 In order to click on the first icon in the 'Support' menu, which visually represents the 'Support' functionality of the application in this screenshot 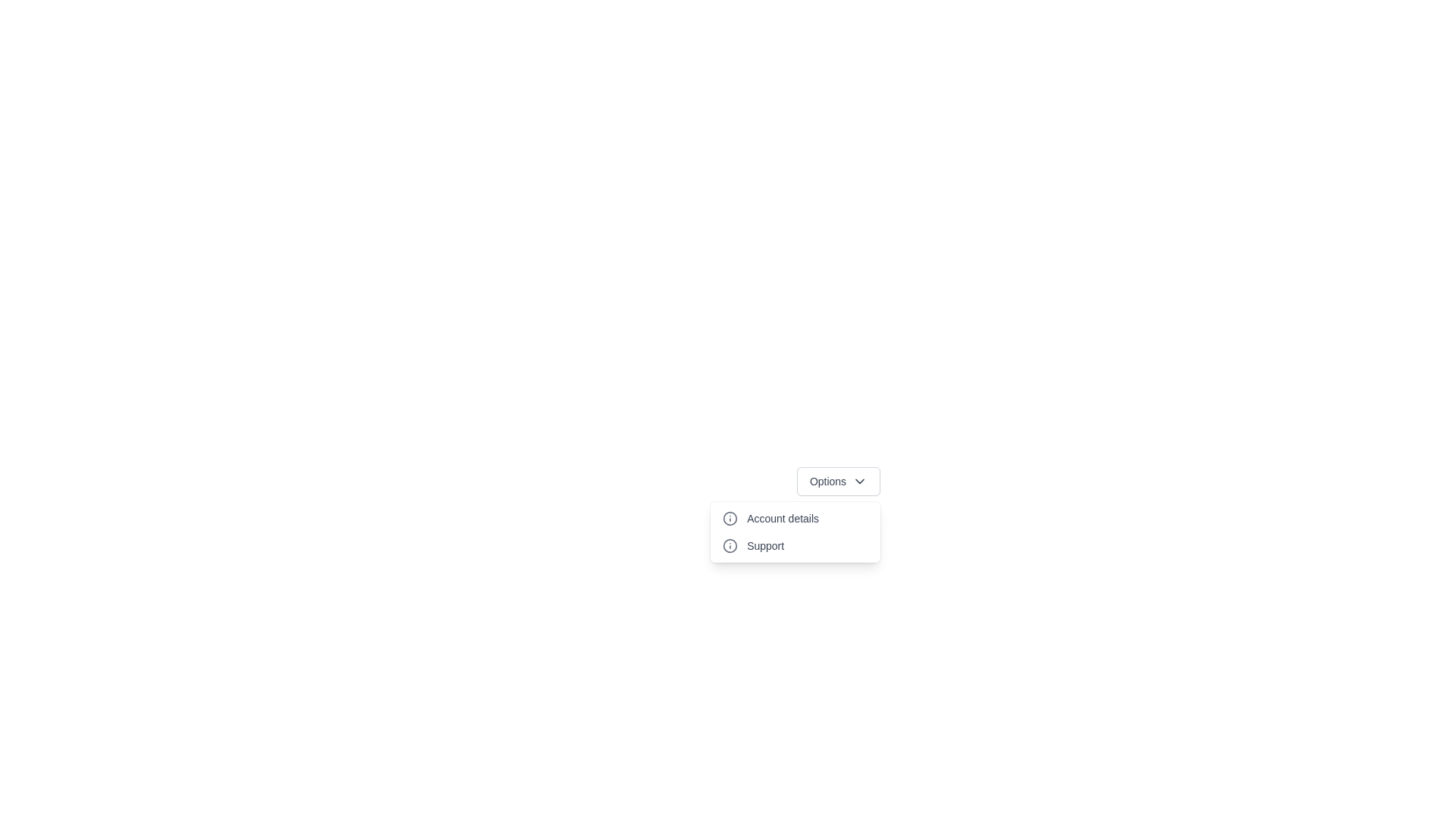, I will do `click(730, 546)`.